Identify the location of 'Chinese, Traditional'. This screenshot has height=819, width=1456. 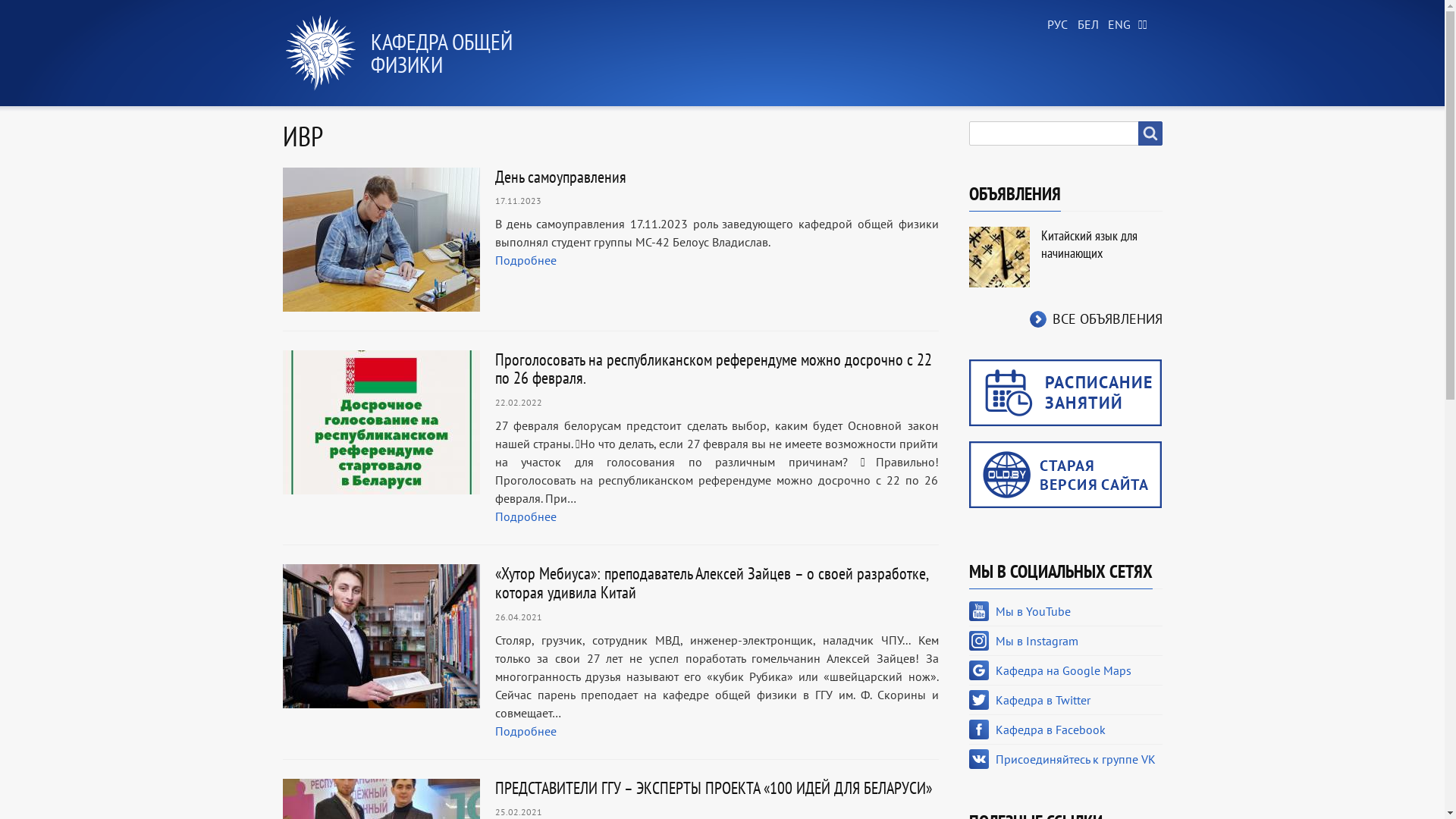
(1147, 25).